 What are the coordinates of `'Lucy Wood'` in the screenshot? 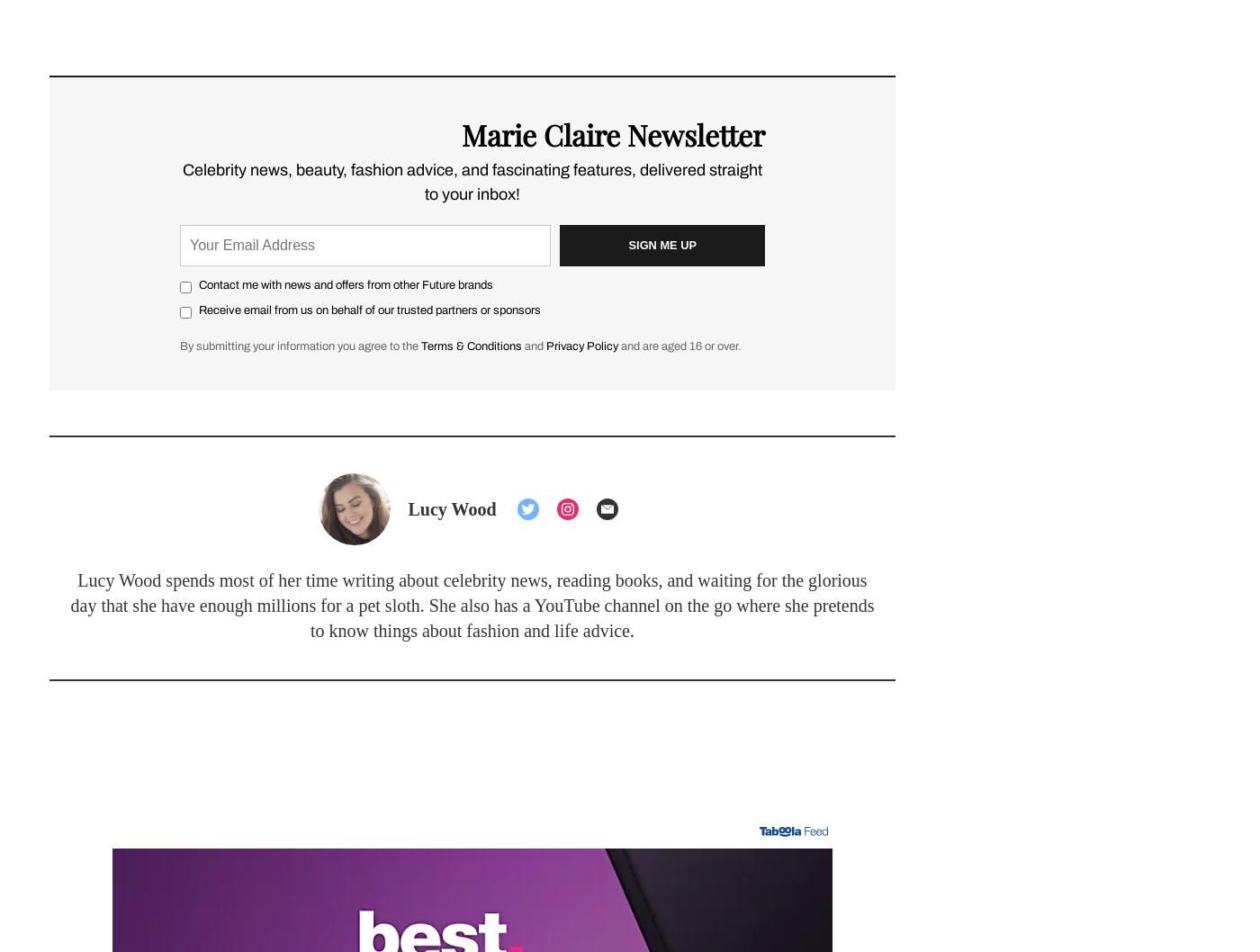 It's located at (408, 507).